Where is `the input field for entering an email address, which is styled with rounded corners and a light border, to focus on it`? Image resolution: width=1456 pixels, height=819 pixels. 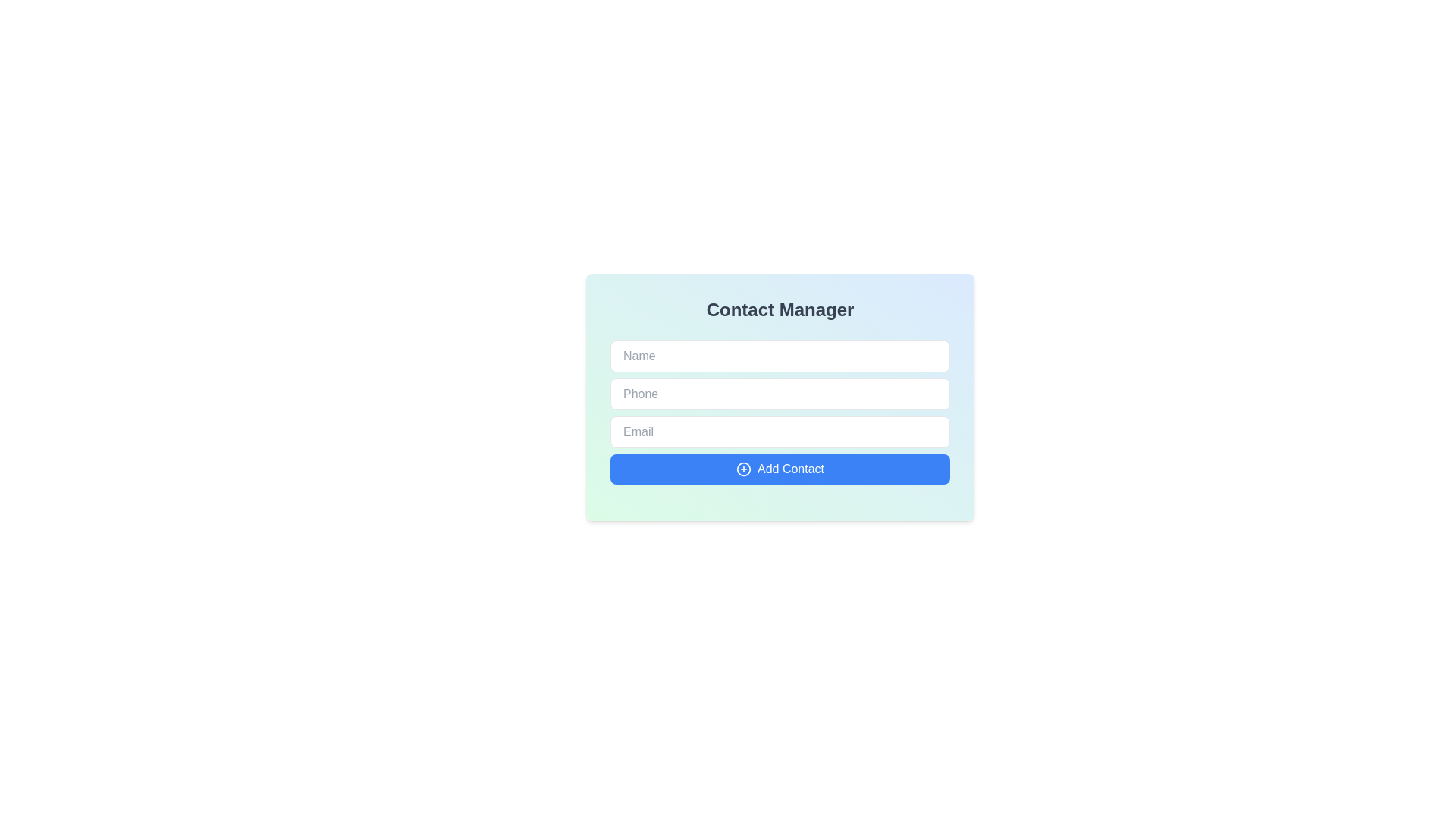 the input field for entering an email address, which is styled with rounded corners and a light border, to focus on it is located at coordinates (780, 432).